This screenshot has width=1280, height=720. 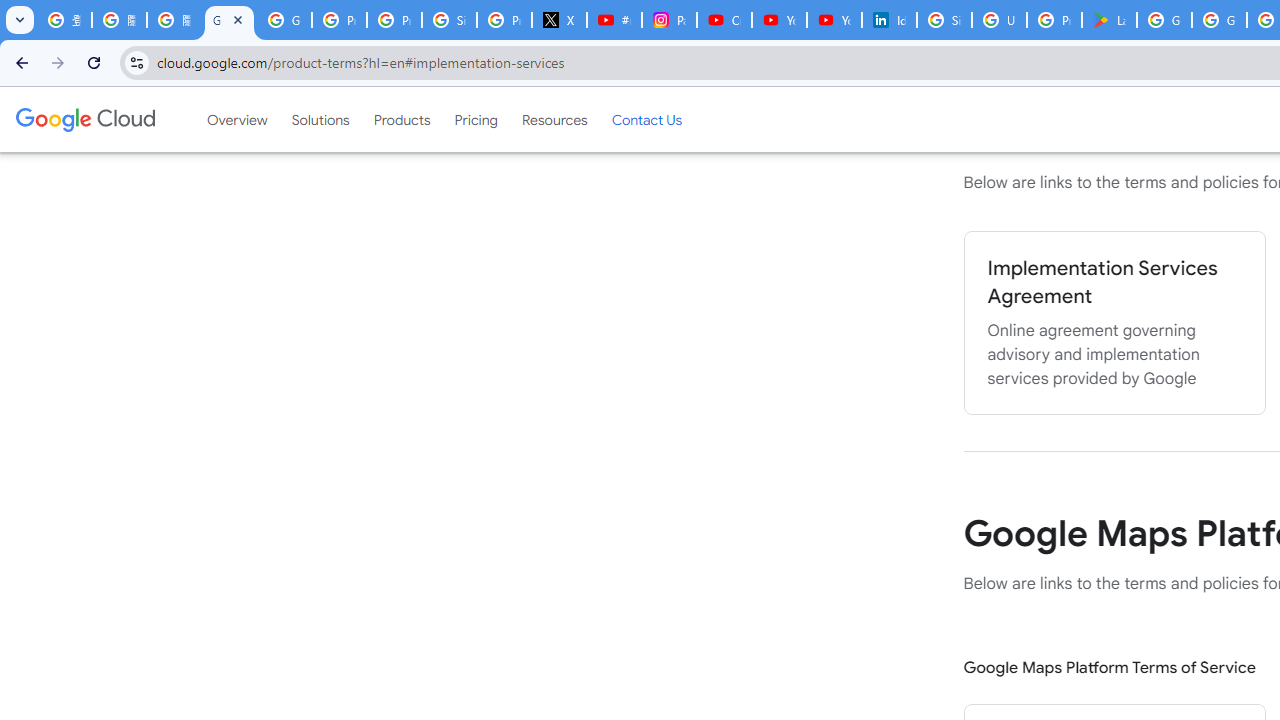 What do you see at coordinates (400, 119) in the screenshot?
I see `'Products'` at bounding box center [400, 119].